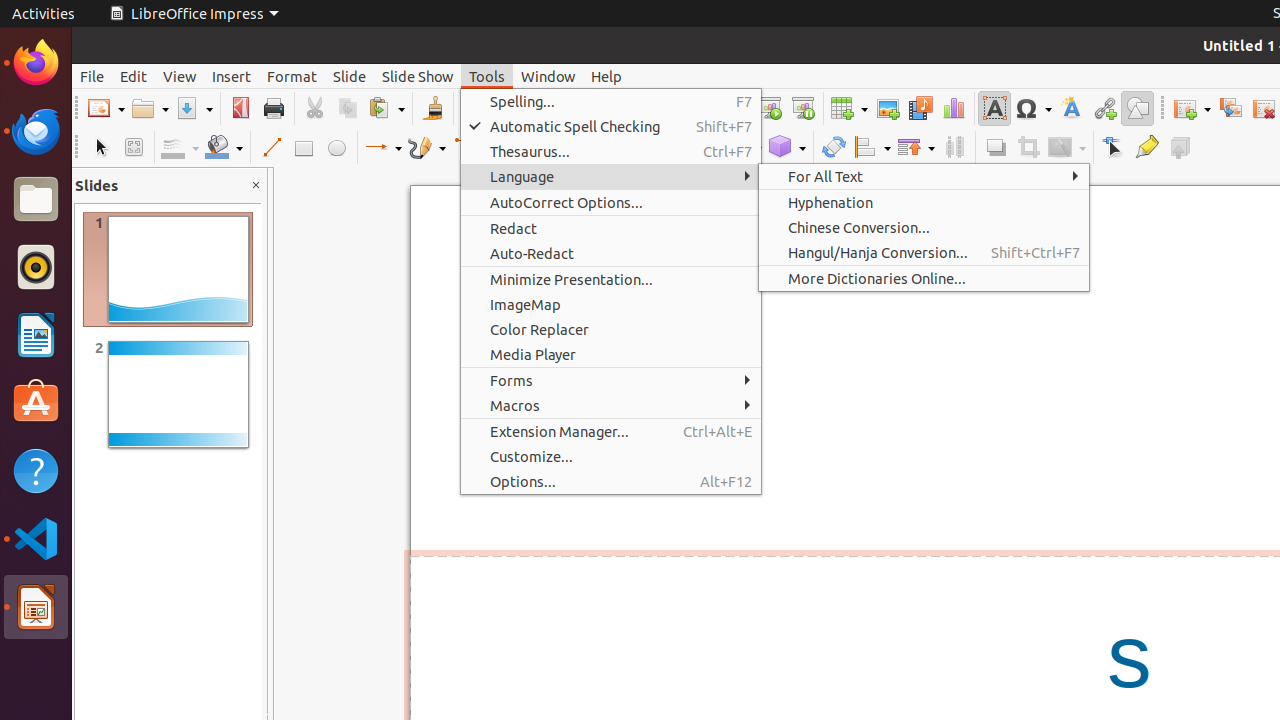 The height and width of the screenshot is (720, 1280). What do you see at coordinates (302, 146) in the screenshot?
I see `'Rectangle'` at bounding box center [302, 146].